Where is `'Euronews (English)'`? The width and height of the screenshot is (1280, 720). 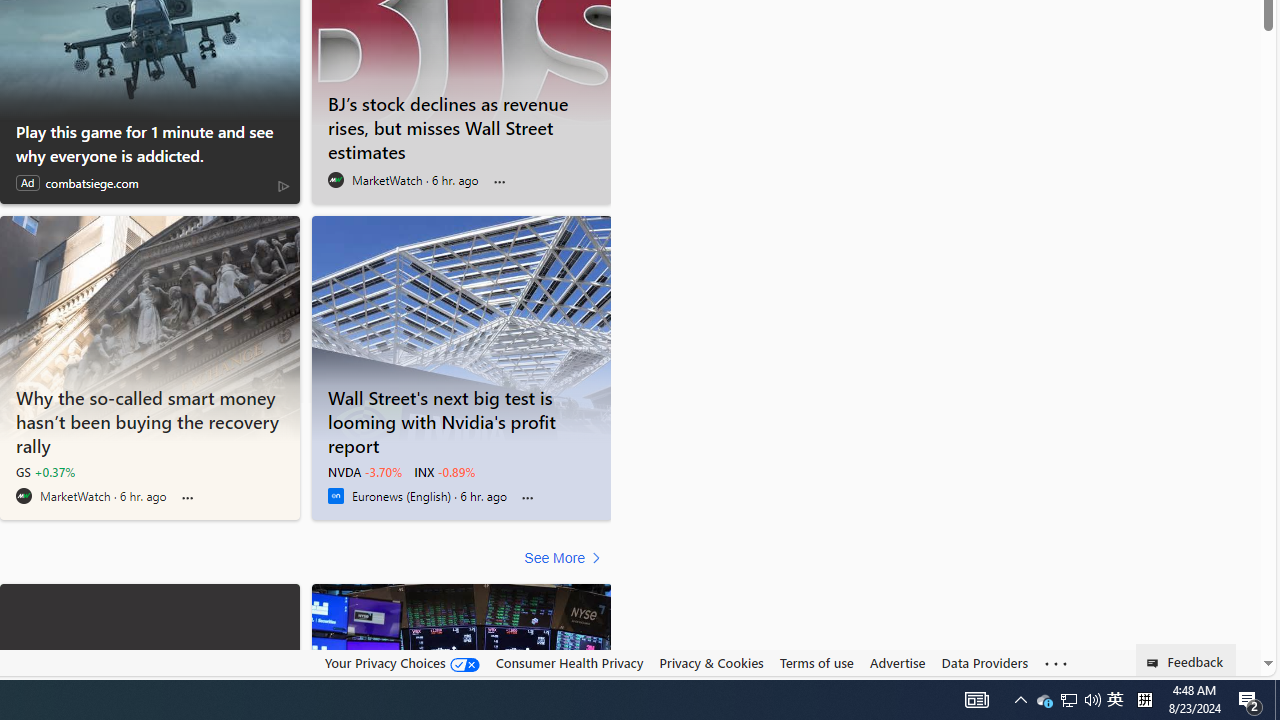 'Euronews (English)' is located at coordinates (335, 495).